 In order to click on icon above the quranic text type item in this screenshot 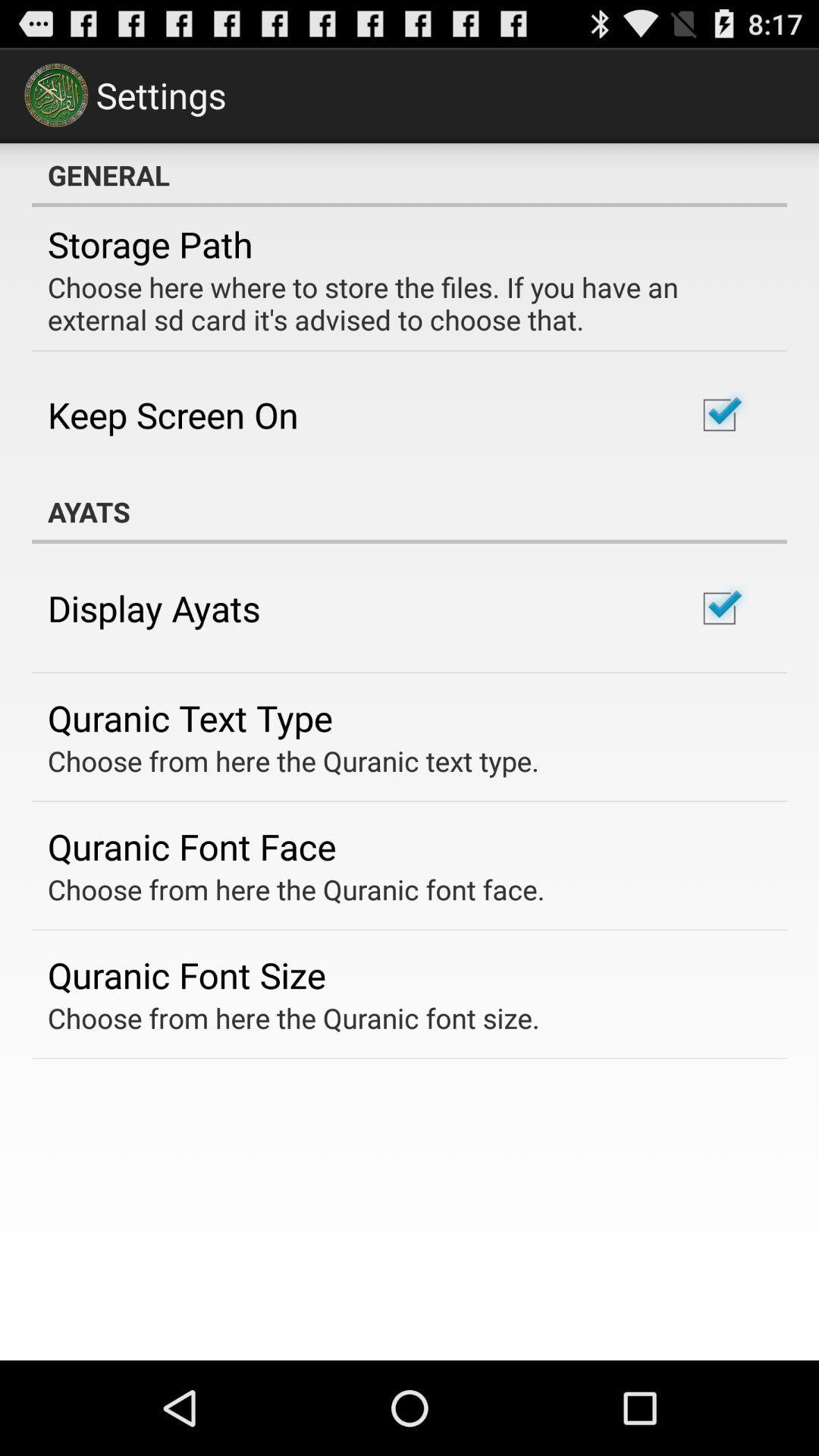, I will do `click(154, 608)`.